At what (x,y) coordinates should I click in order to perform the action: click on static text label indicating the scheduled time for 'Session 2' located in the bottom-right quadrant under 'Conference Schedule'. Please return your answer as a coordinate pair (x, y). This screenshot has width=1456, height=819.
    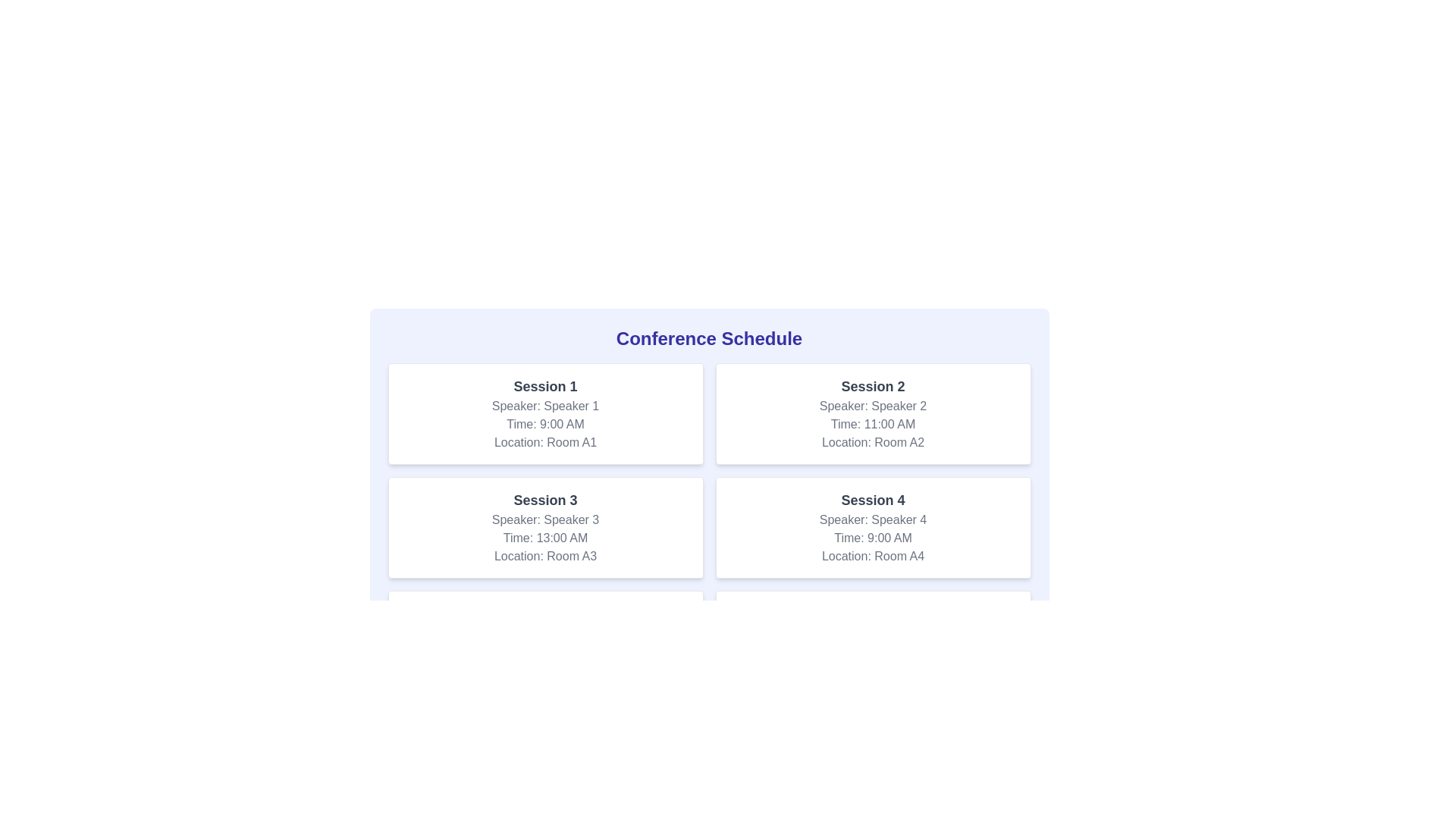
    Looking at the image, I should click on (873, 424).